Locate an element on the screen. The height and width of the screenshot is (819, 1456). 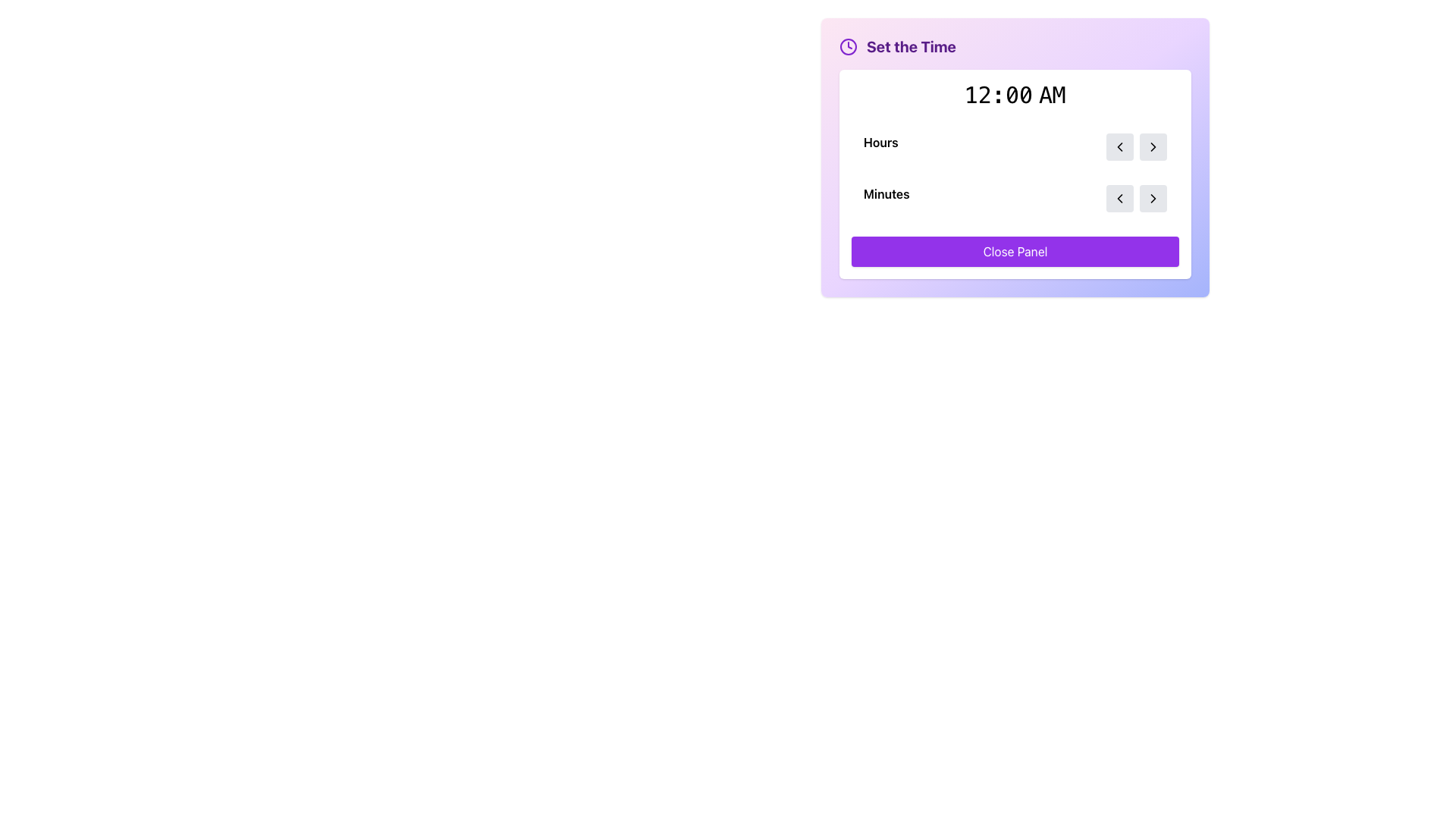
the right arrow button in the Grouped Interactive Buttons located in the 'Hours' section to increment the hour is located at coordinates (1136, 146).